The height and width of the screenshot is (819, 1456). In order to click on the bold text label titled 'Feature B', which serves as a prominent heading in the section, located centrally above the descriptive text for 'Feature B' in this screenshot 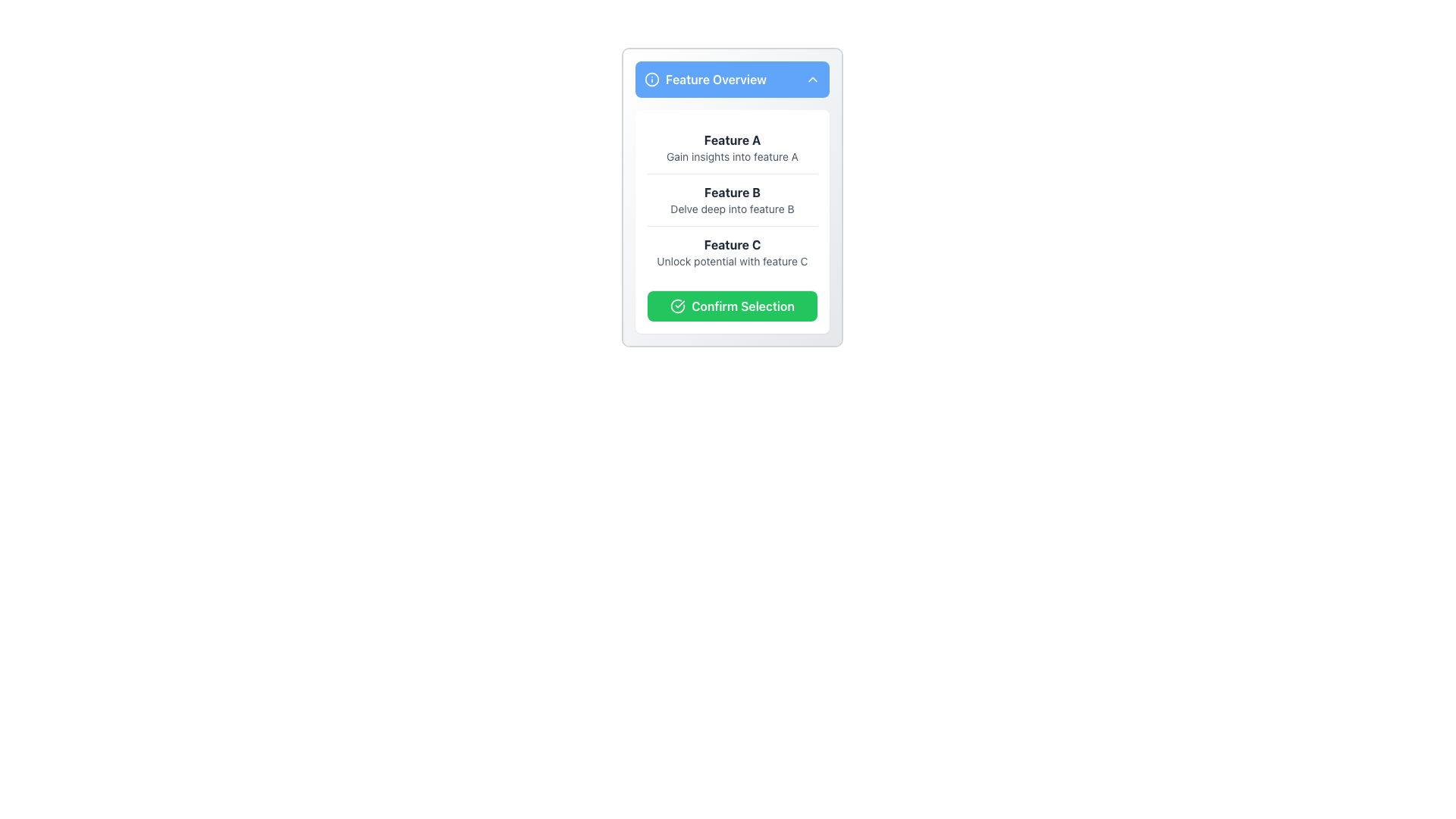, I will do `click(732, 192)`.